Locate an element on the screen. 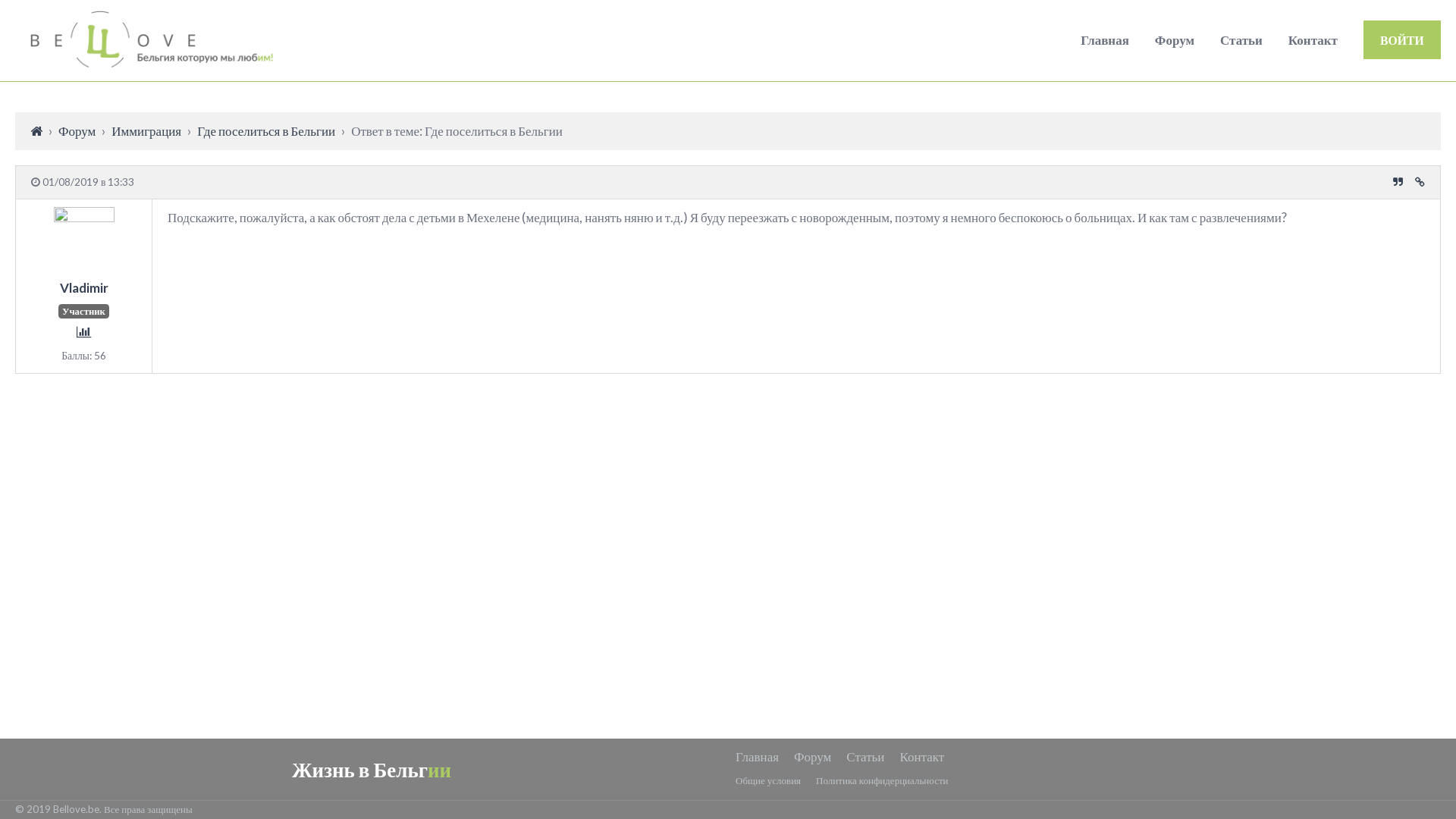 The image size is (1456, 819). 'Vladimir' is located at coordinates (83, 297).